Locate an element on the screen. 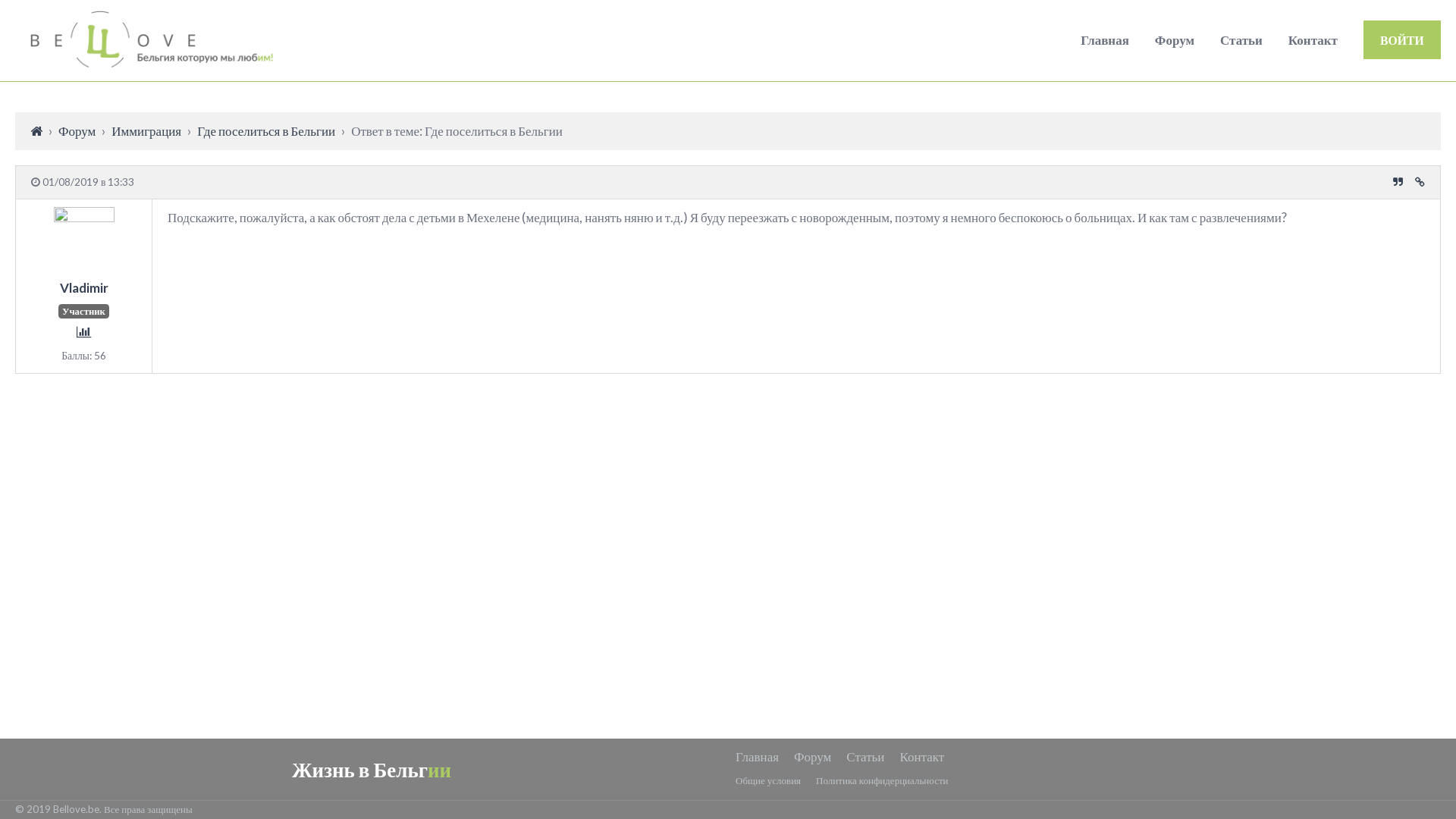 The image size is (1456, 819). 'Vladimir' is located at coordinates (83, 297).